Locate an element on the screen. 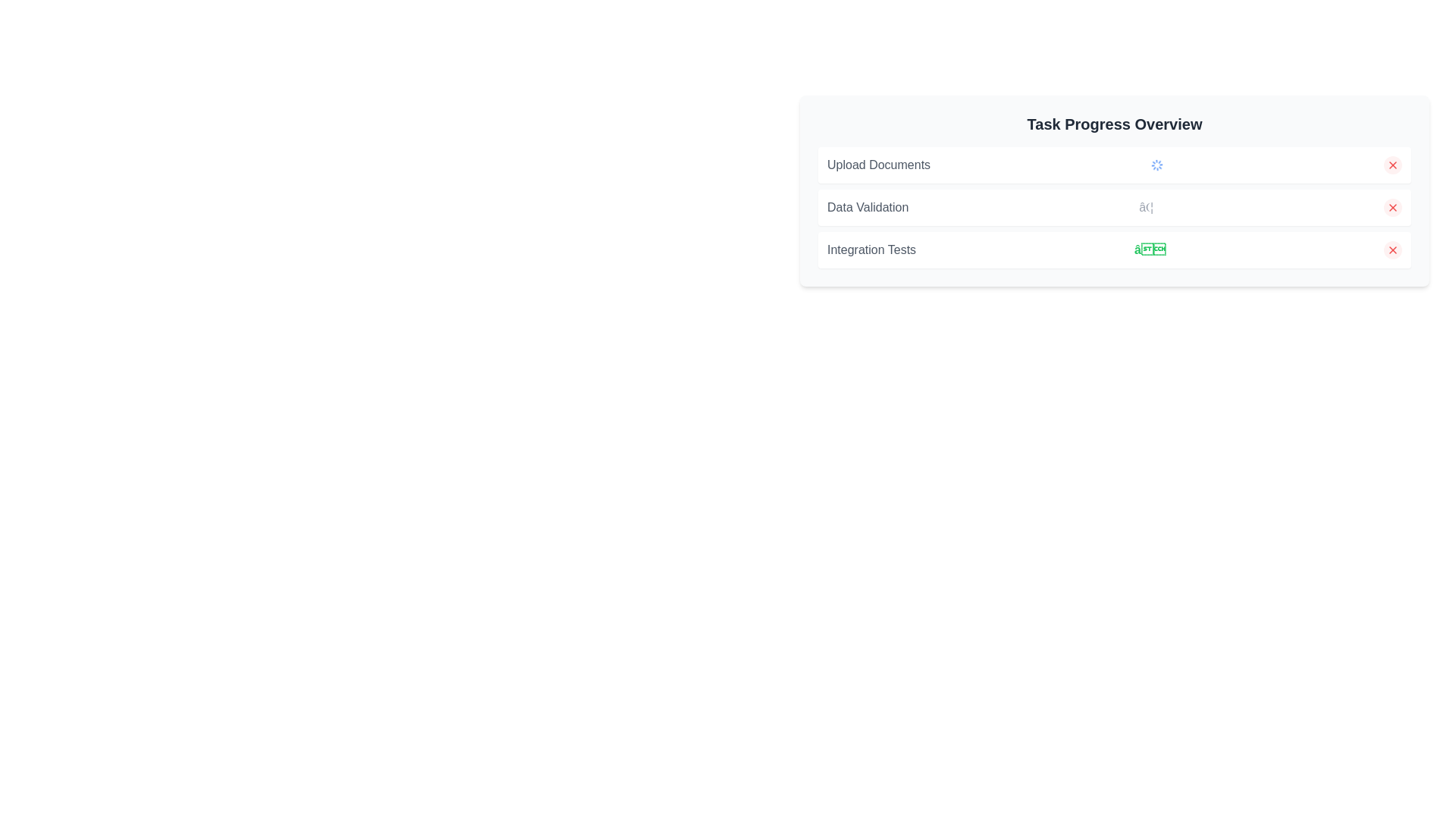  the Close or Dismiss button represented by an 'X' icon, styled with a red stroke, located within the Task Progress Overview panel is located at coordinates (1393, 165).